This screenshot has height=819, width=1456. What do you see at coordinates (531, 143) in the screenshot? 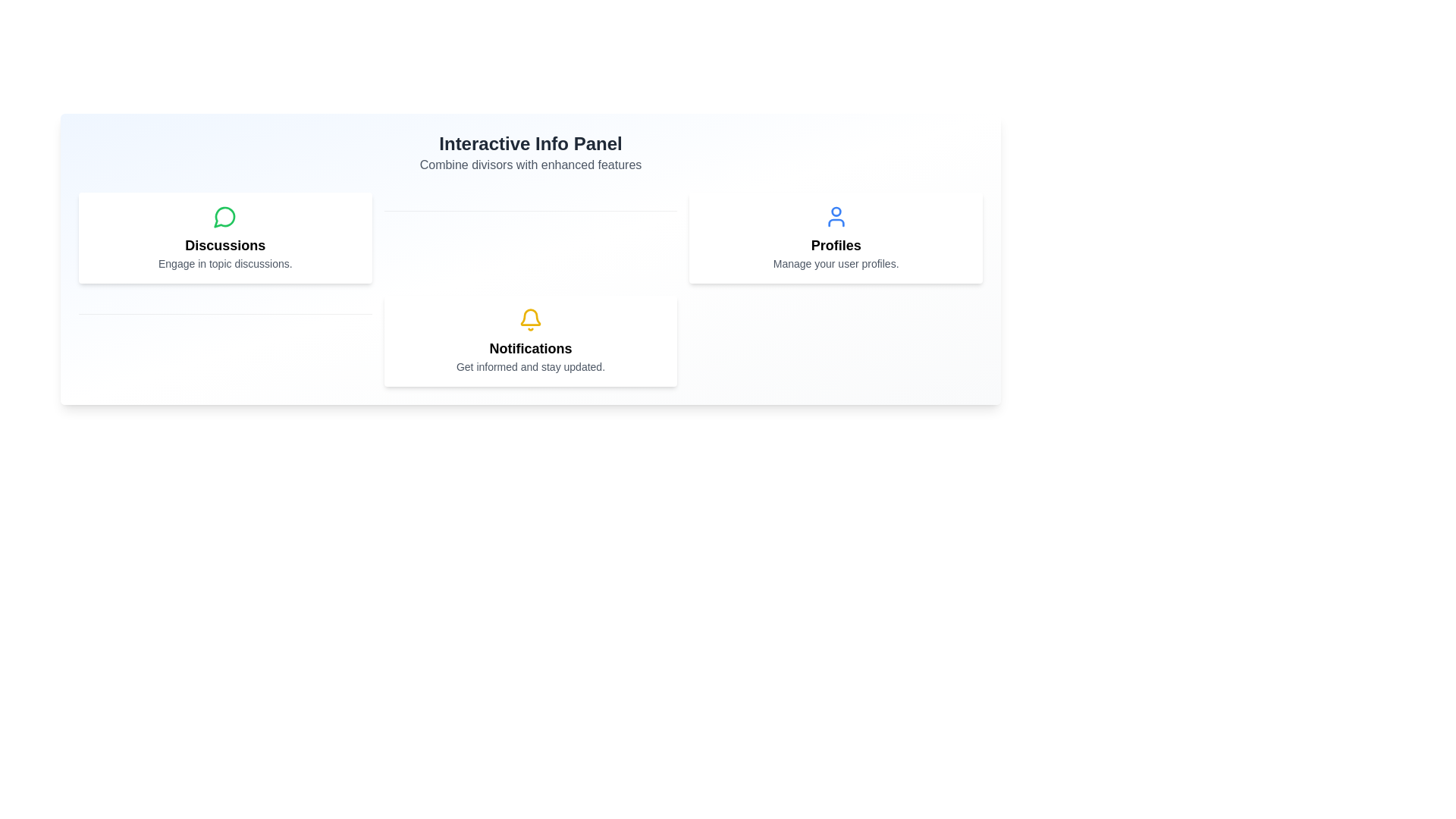
I see `text label displaying 'Interactive Info Panel' which is prominently styled in gray at the top center of its section` at bounding box center [531, 143].